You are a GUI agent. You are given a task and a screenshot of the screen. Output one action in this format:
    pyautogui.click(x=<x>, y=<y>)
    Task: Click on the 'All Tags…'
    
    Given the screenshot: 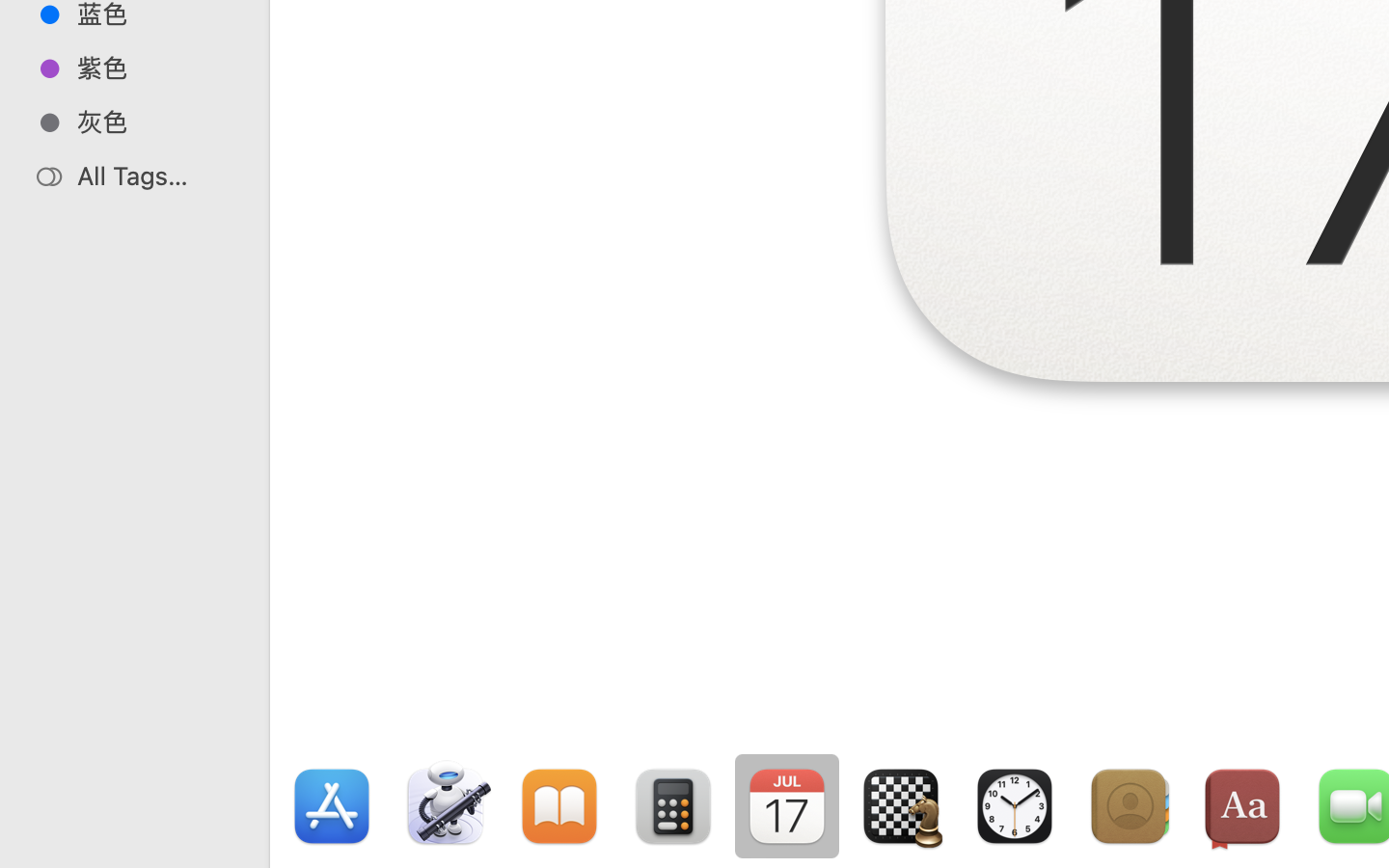 What is the action you would take?
    pyautogui.click(x=153, y=175)
    